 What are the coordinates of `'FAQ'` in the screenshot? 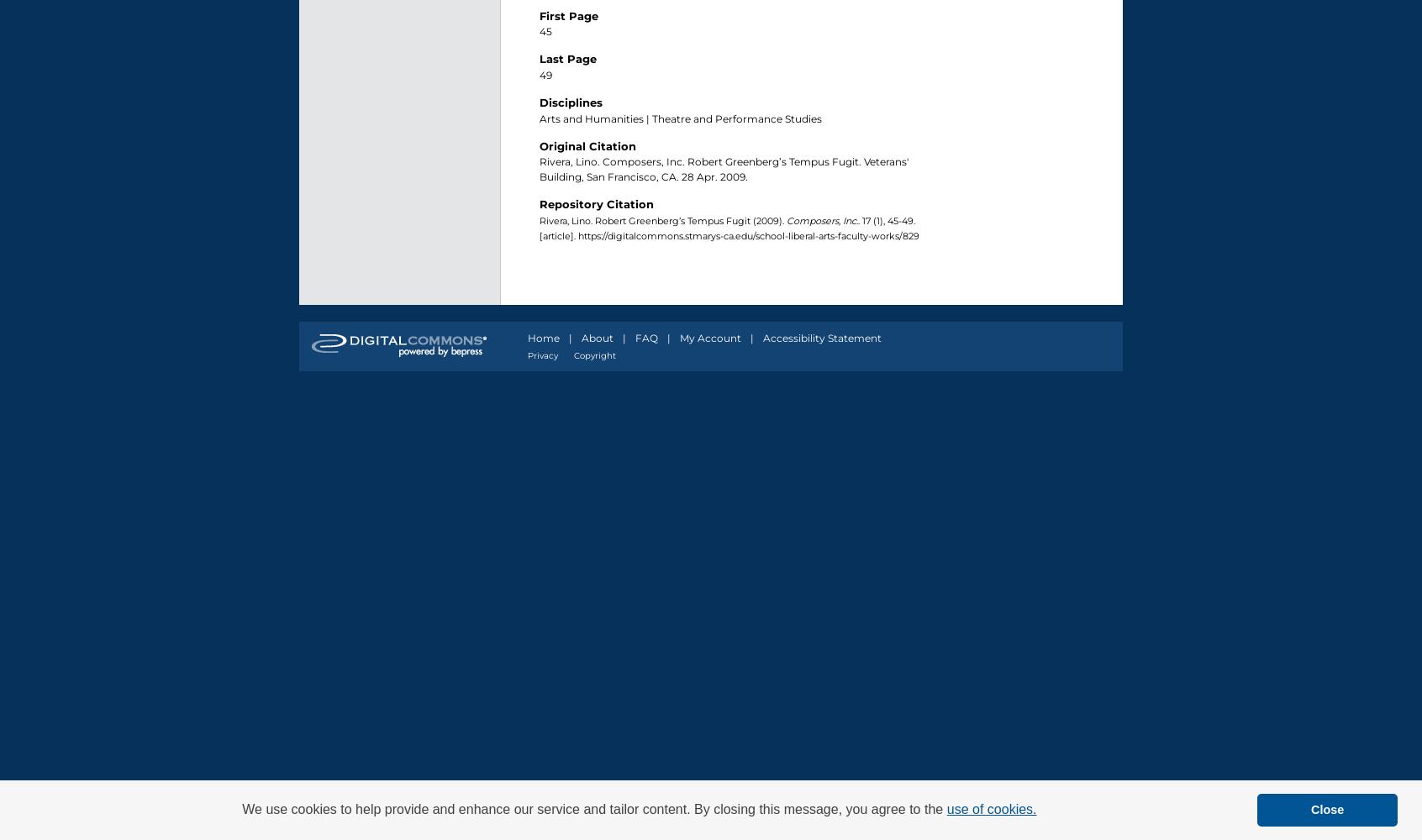 It's located at (645, 337).